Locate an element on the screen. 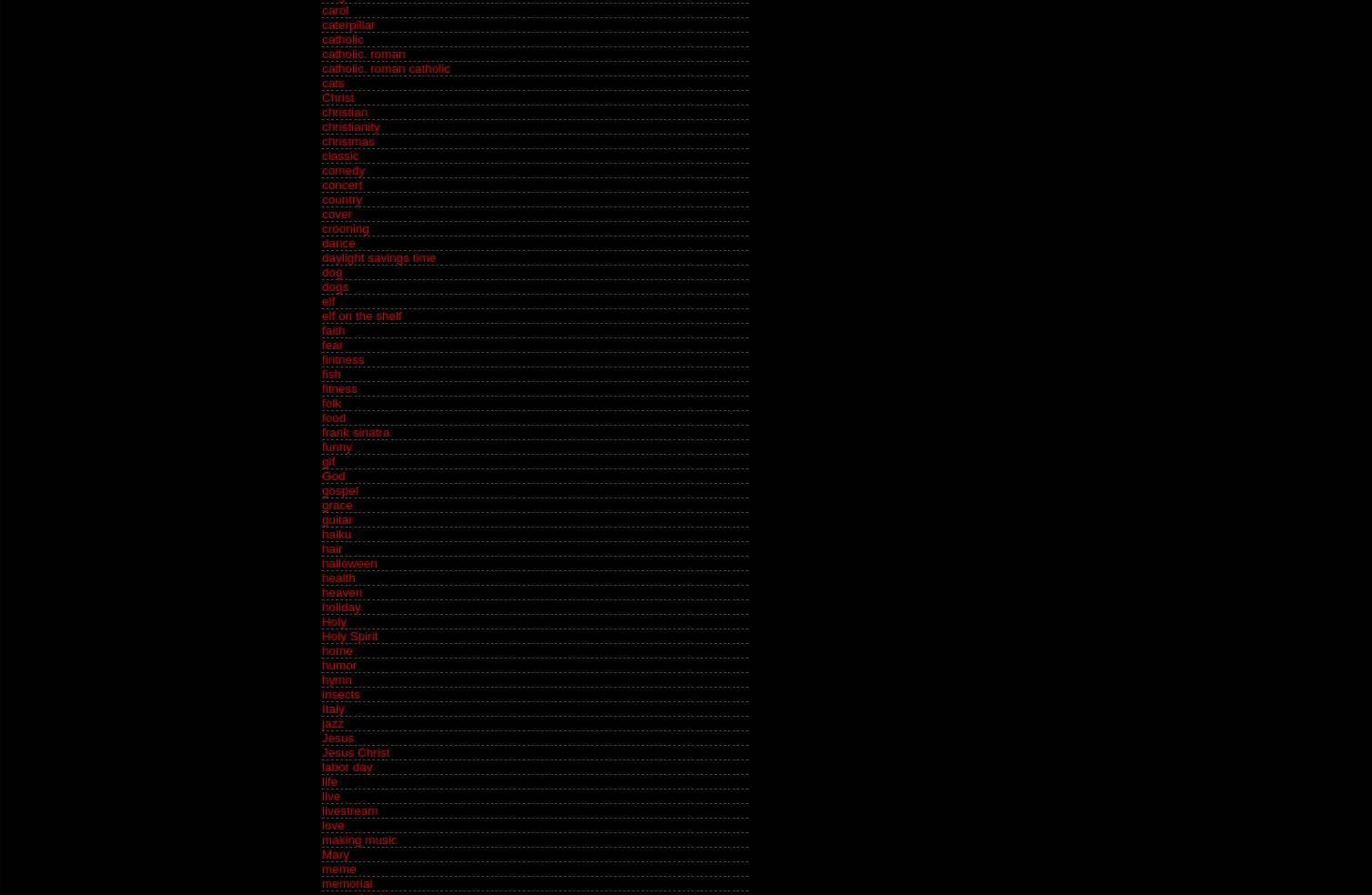 This screenshot has height=895, width=1372. 'grace' is located at coordinates (336, 504).